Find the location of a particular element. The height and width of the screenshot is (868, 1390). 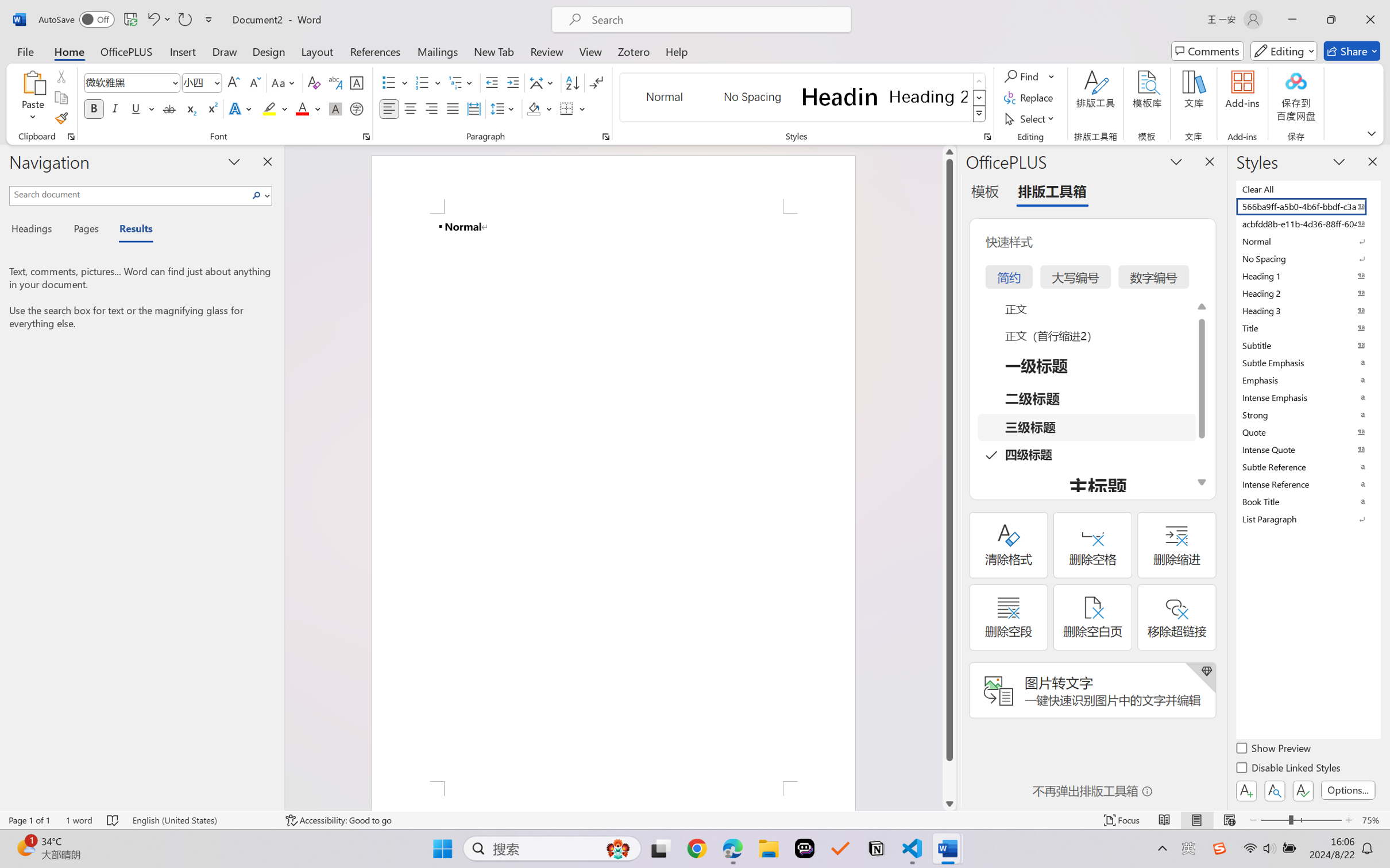

'Italic' is located at coordinates (114, 108).